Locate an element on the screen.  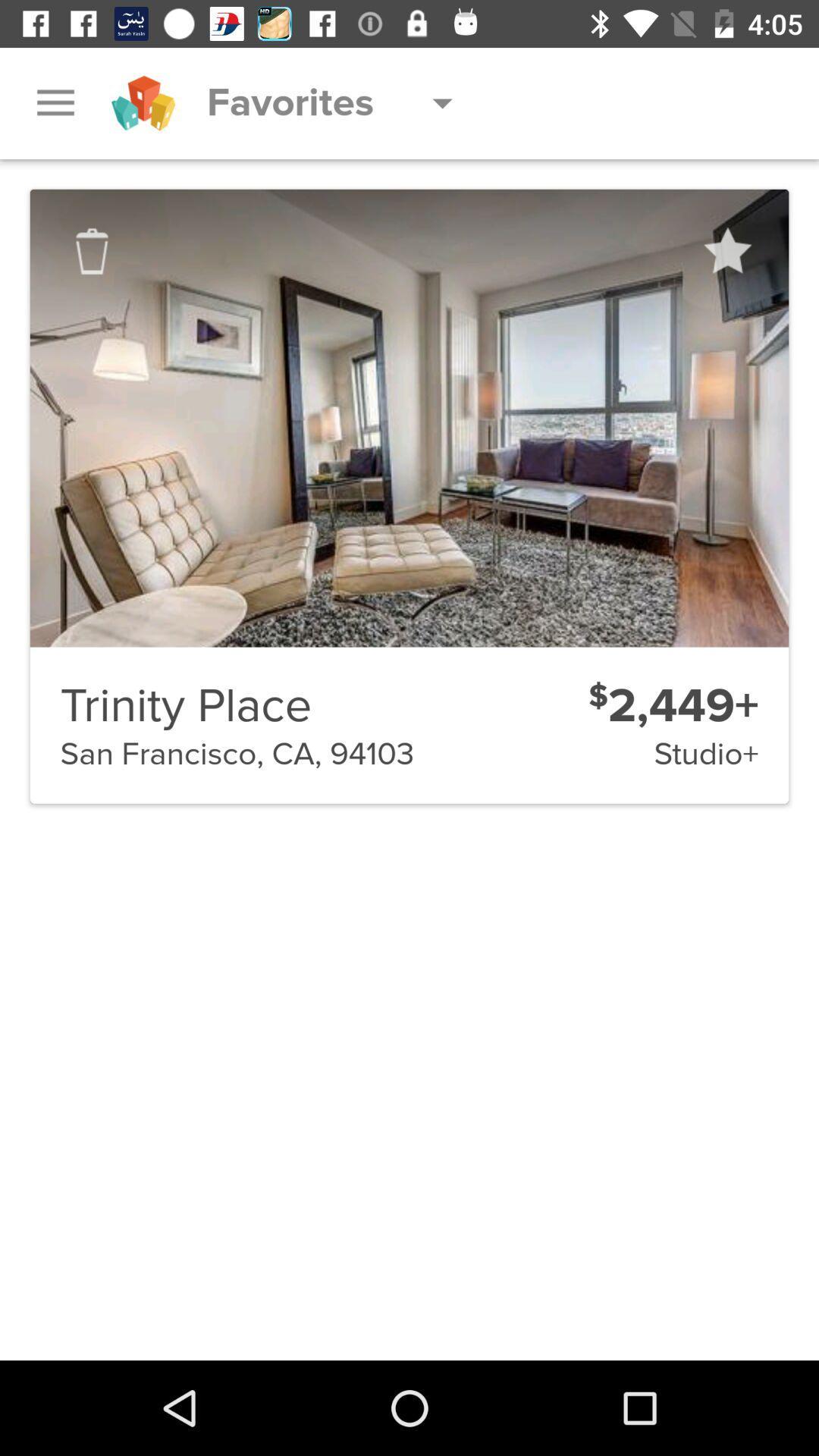
star icon to favorite is located at coordinates (726, 251).